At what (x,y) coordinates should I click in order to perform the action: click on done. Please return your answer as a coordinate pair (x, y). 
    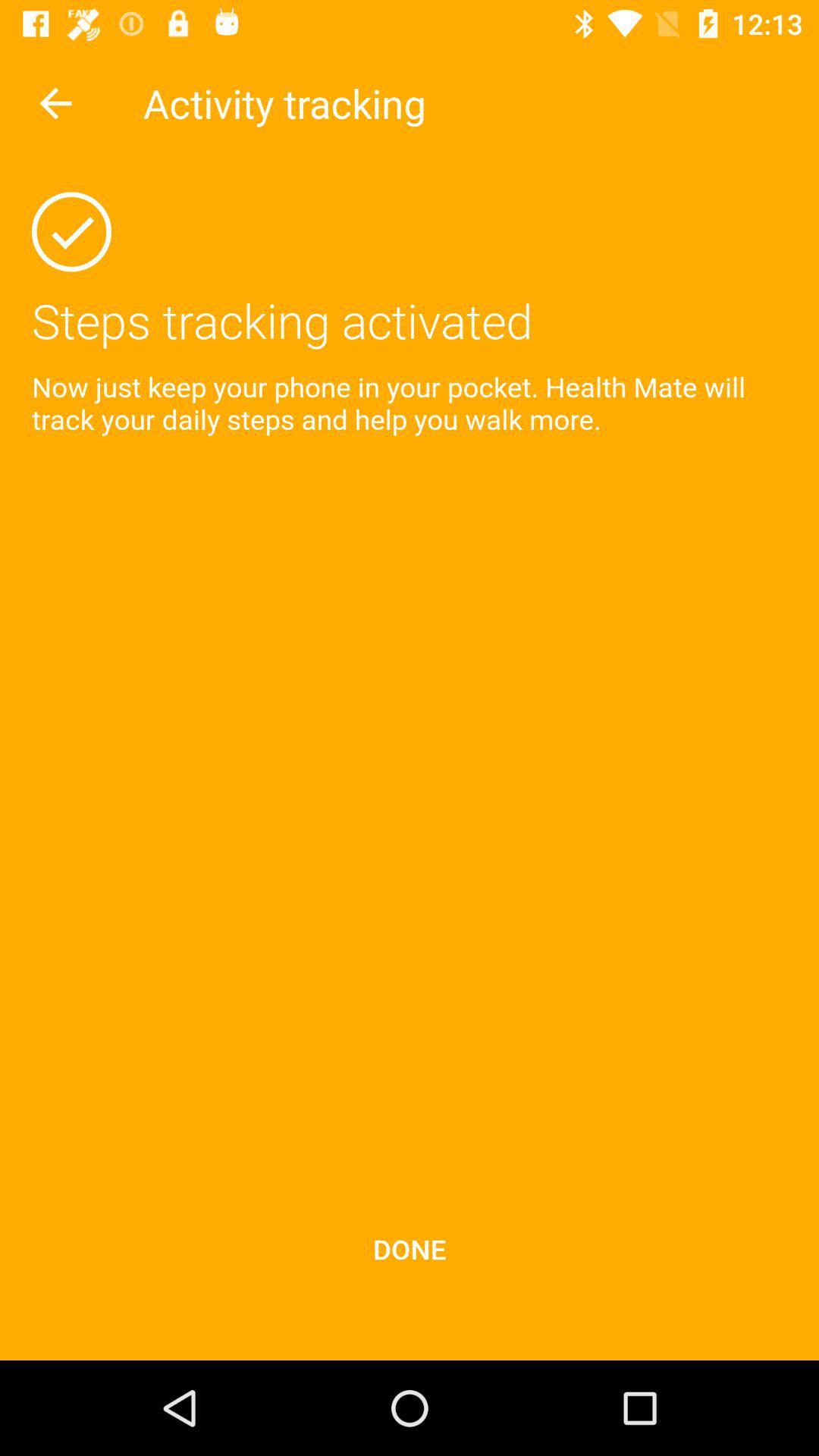
    Looking at the image, I should click on (409, 1248).